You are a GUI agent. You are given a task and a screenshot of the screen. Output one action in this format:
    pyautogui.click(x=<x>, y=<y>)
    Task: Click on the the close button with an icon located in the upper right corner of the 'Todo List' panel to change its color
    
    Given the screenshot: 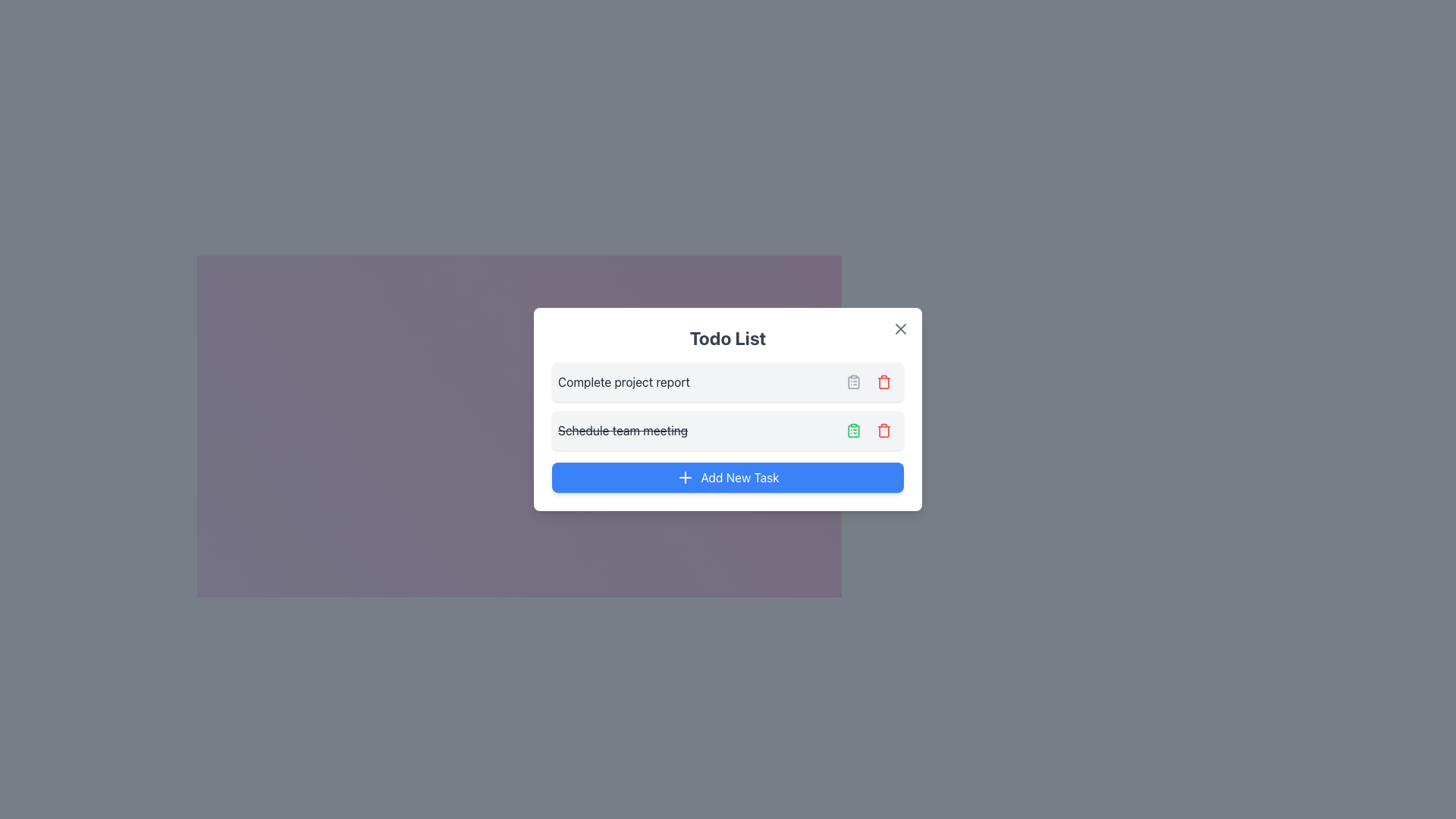 What is the action you would take?
    pyautogui.click(x=901, y=328)
    